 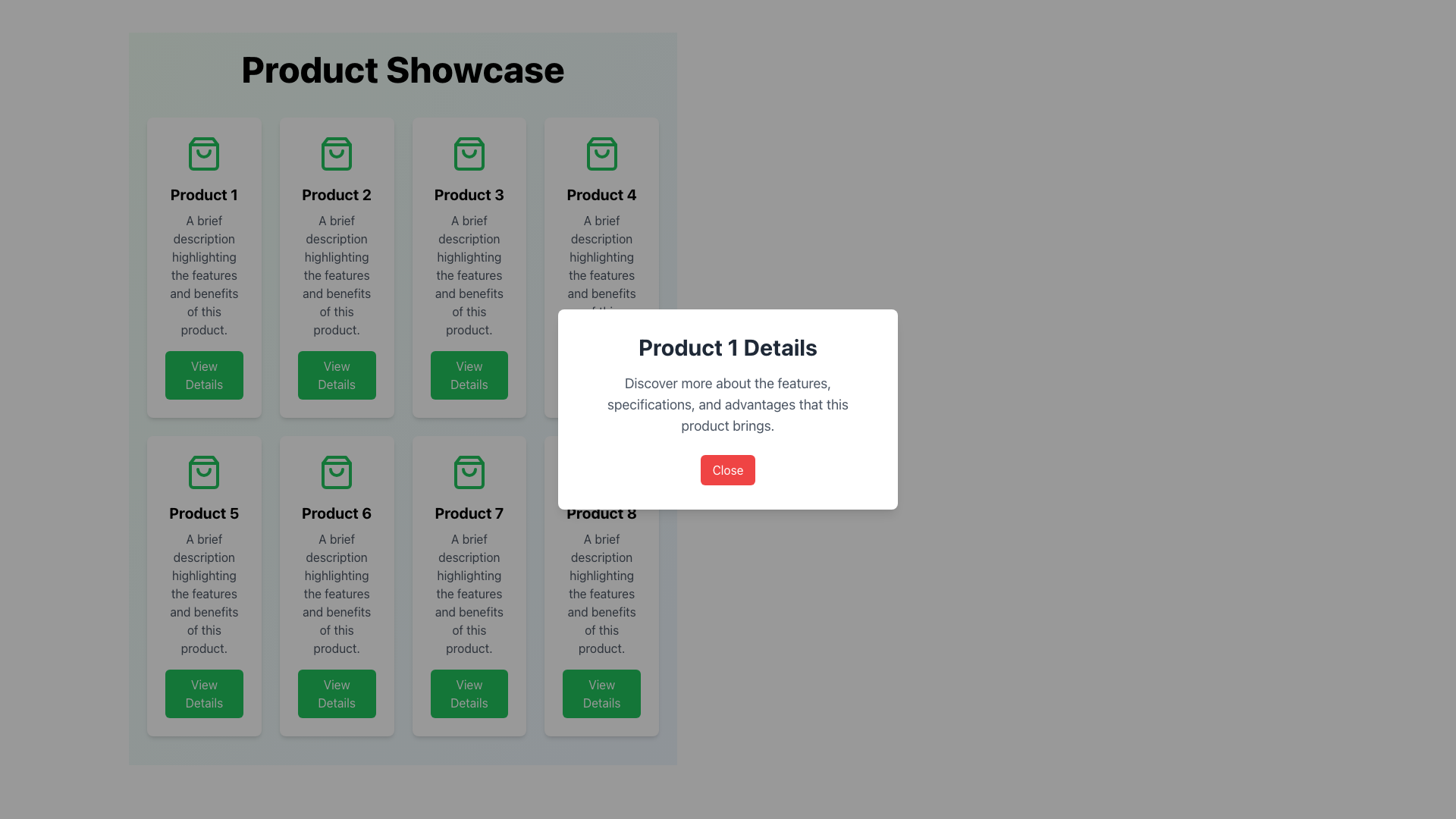 What do you see at coordinates (336, 472) in the screenshot?
I see `the handle of the shopping bag icon located within the 'Product 6' card in the product display interface to provide visual feedback` at bounding box center [336, 472].